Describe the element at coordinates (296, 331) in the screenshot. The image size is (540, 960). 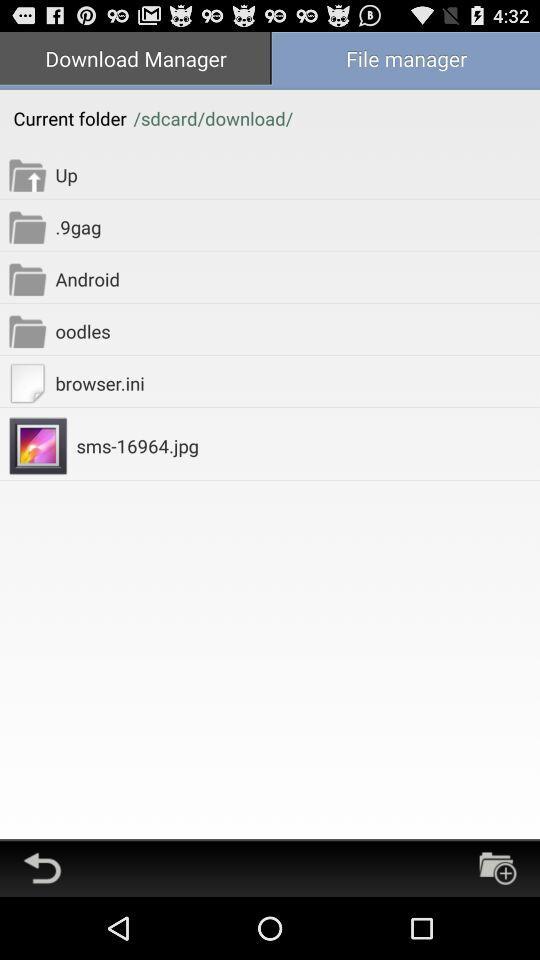
I see `item below android` at that location.